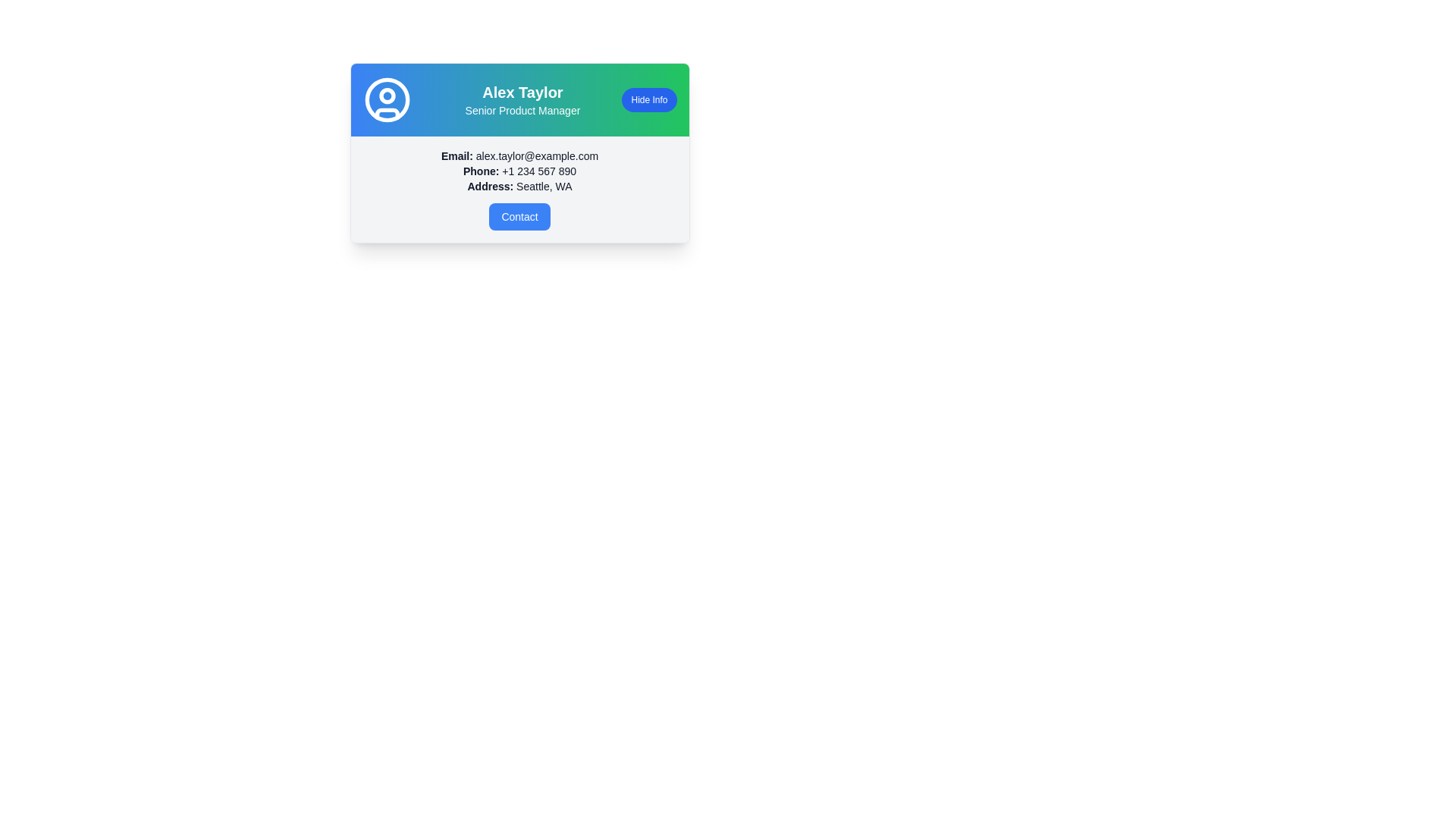 Image resolution: width=1456 pixels, height=819 pixels. I want to click on the 'Hide Info' button, which is styled with rounded corners and a blue background, located in the top-right section of the interface, so click(649, 99).